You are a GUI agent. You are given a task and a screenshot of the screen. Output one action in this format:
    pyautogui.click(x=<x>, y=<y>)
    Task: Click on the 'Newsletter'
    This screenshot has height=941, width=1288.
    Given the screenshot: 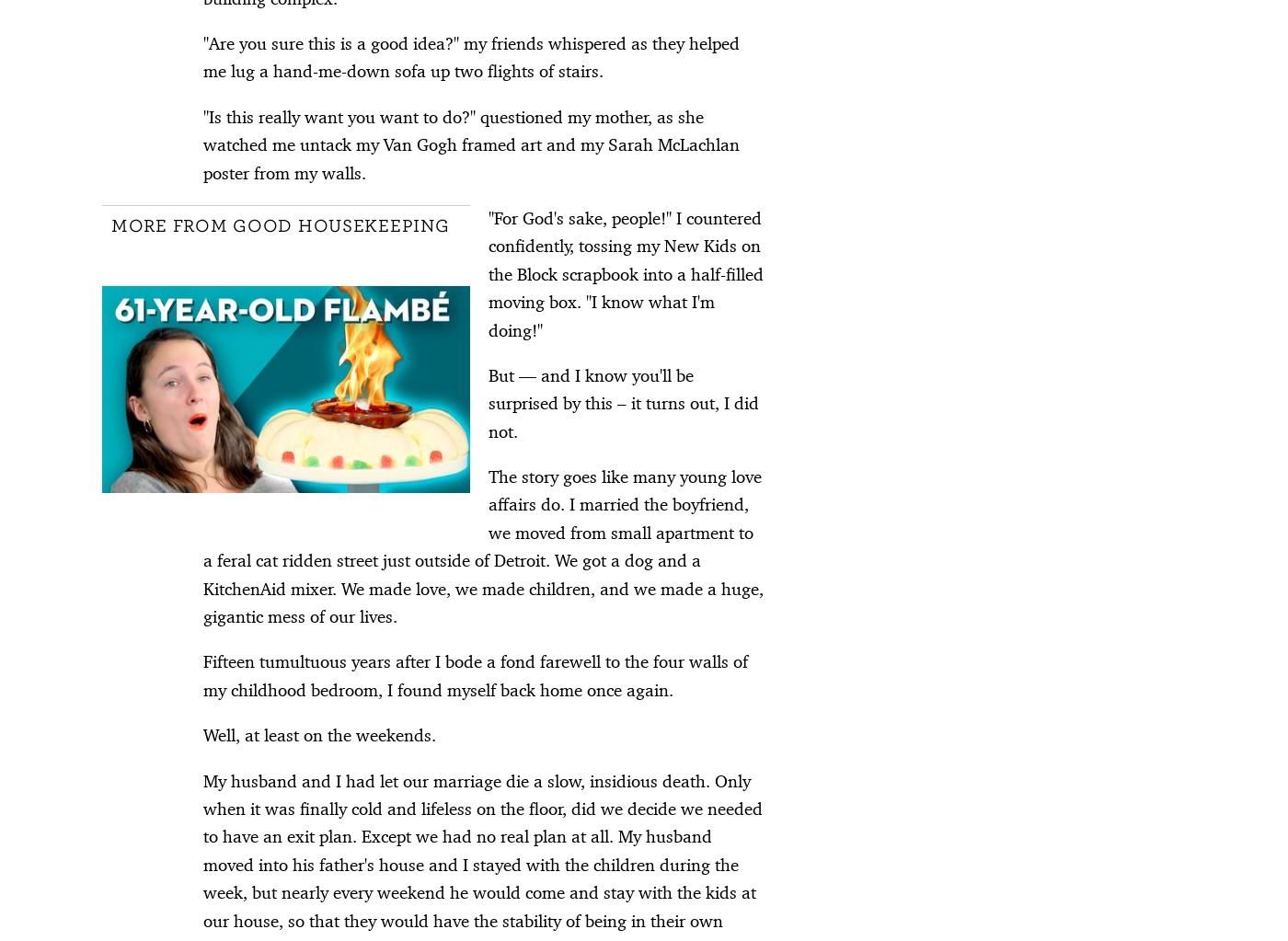 What is the action you would take?
    pyautogui.click(x=927, y=722)
    